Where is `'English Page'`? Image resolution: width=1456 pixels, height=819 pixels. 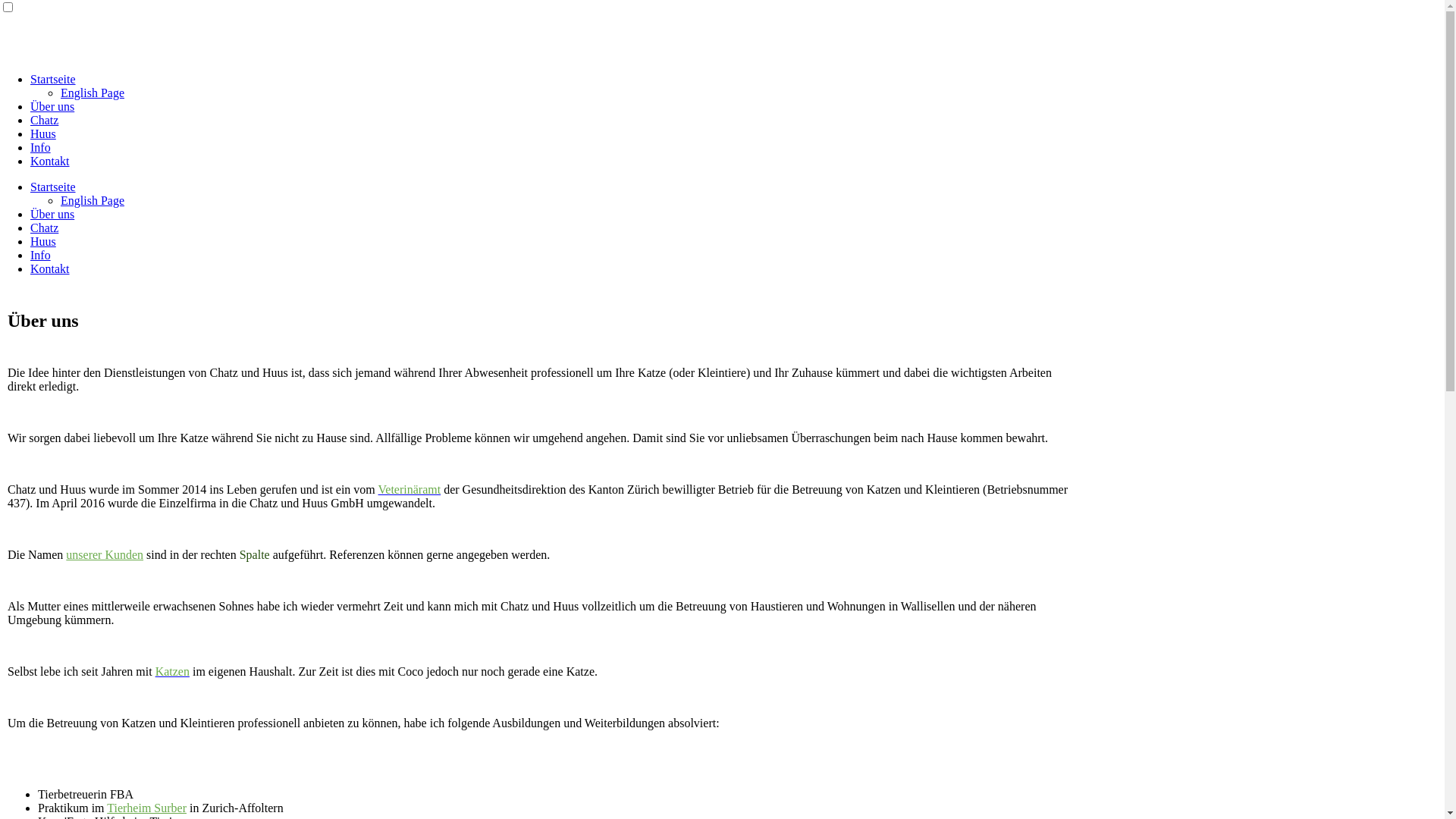 'English Page' is located at coordinates (61, 93).